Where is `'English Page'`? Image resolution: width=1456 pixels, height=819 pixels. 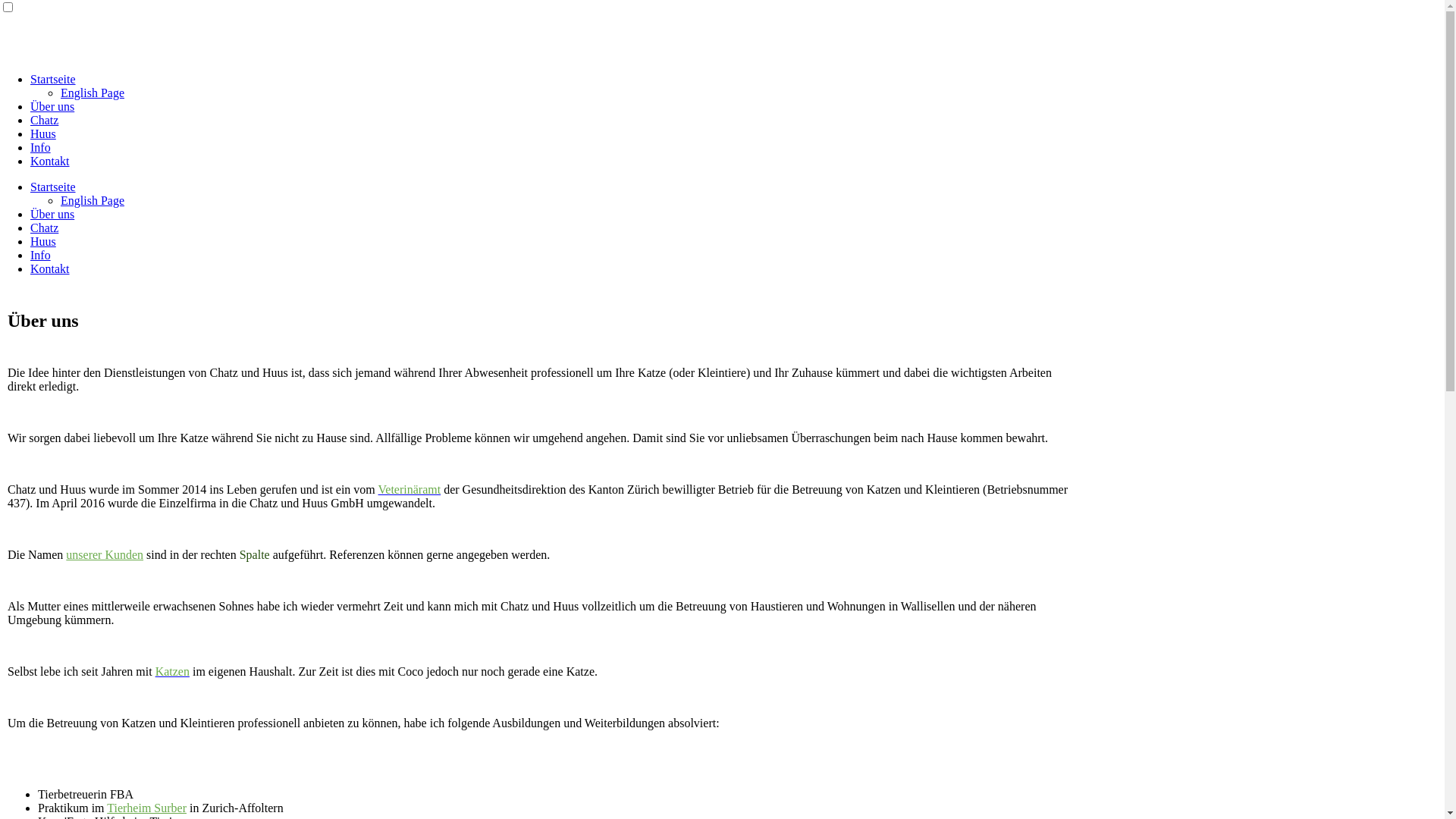 'English Page' is located at coordinates (61, 93).